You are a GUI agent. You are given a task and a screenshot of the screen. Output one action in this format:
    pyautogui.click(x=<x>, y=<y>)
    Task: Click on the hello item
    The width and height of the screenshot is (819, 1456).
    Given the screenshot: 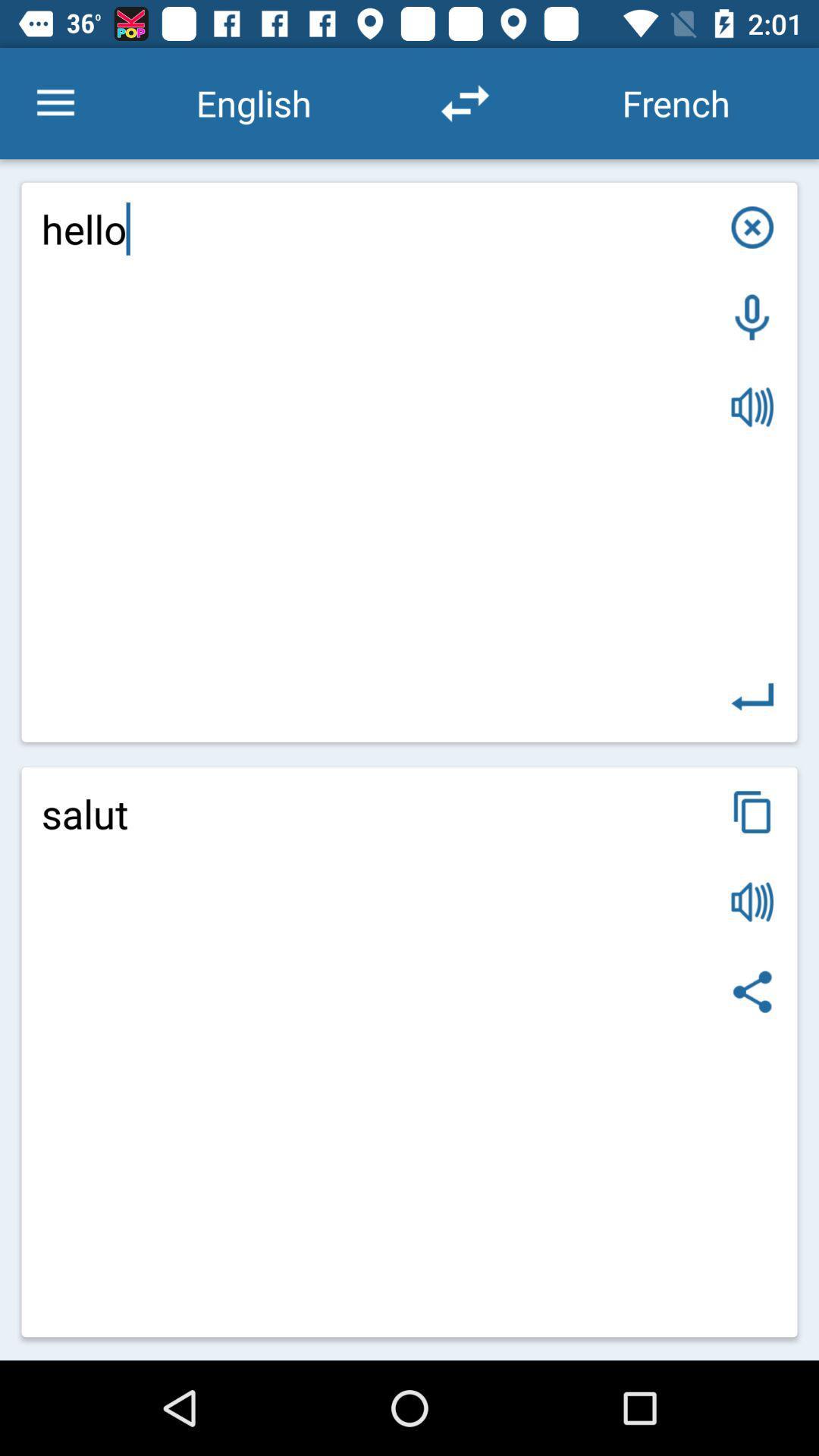 What is the action you would take?
    pyautogui.click(x=409, y=461)
    